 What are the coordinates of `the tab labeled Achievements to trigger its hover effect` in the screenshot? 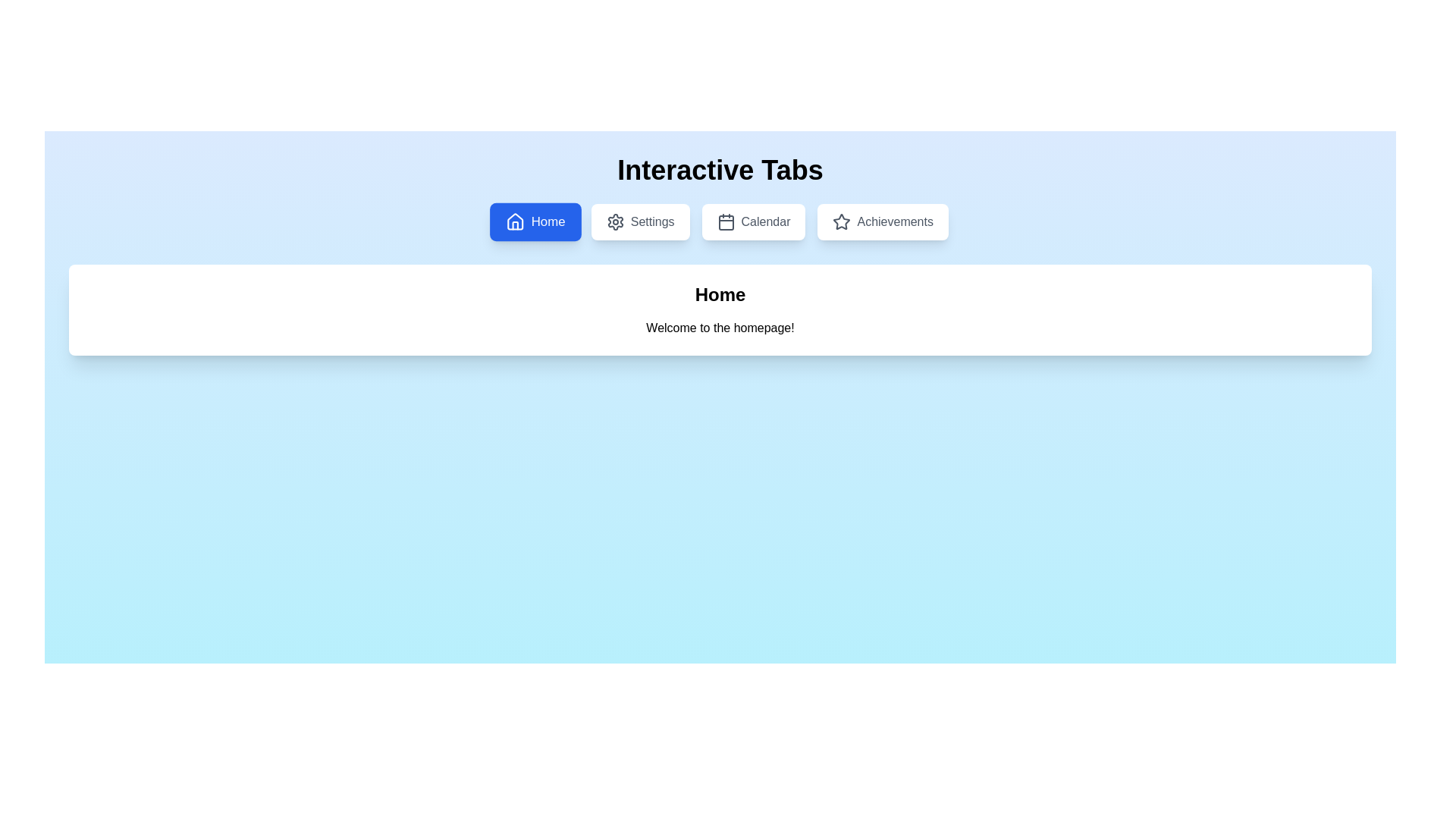 It's located at (883, 222).